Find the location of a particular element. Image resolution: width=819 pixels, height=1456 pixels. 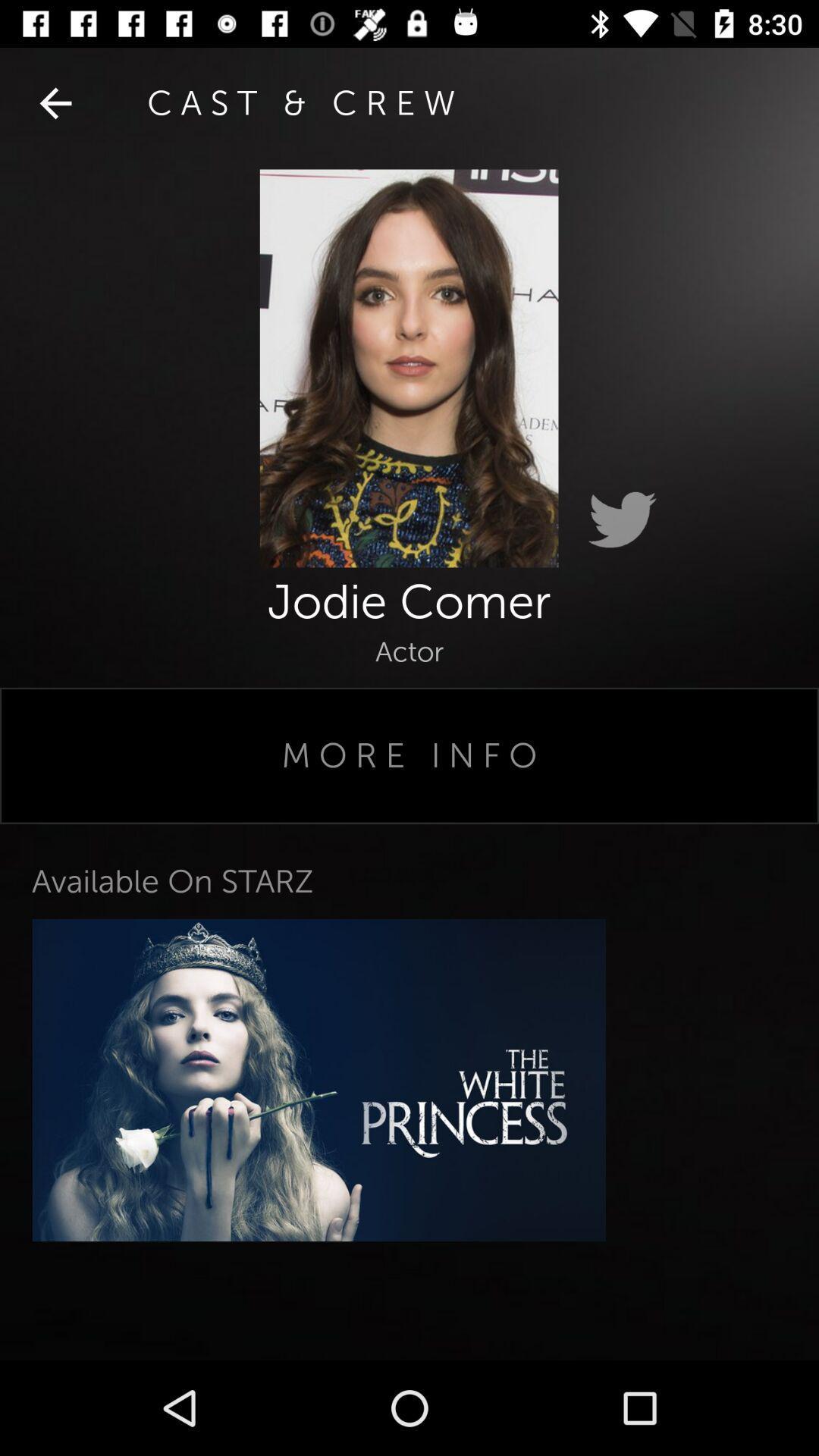

the icon below the actor item is located at coordinates (409, 755).